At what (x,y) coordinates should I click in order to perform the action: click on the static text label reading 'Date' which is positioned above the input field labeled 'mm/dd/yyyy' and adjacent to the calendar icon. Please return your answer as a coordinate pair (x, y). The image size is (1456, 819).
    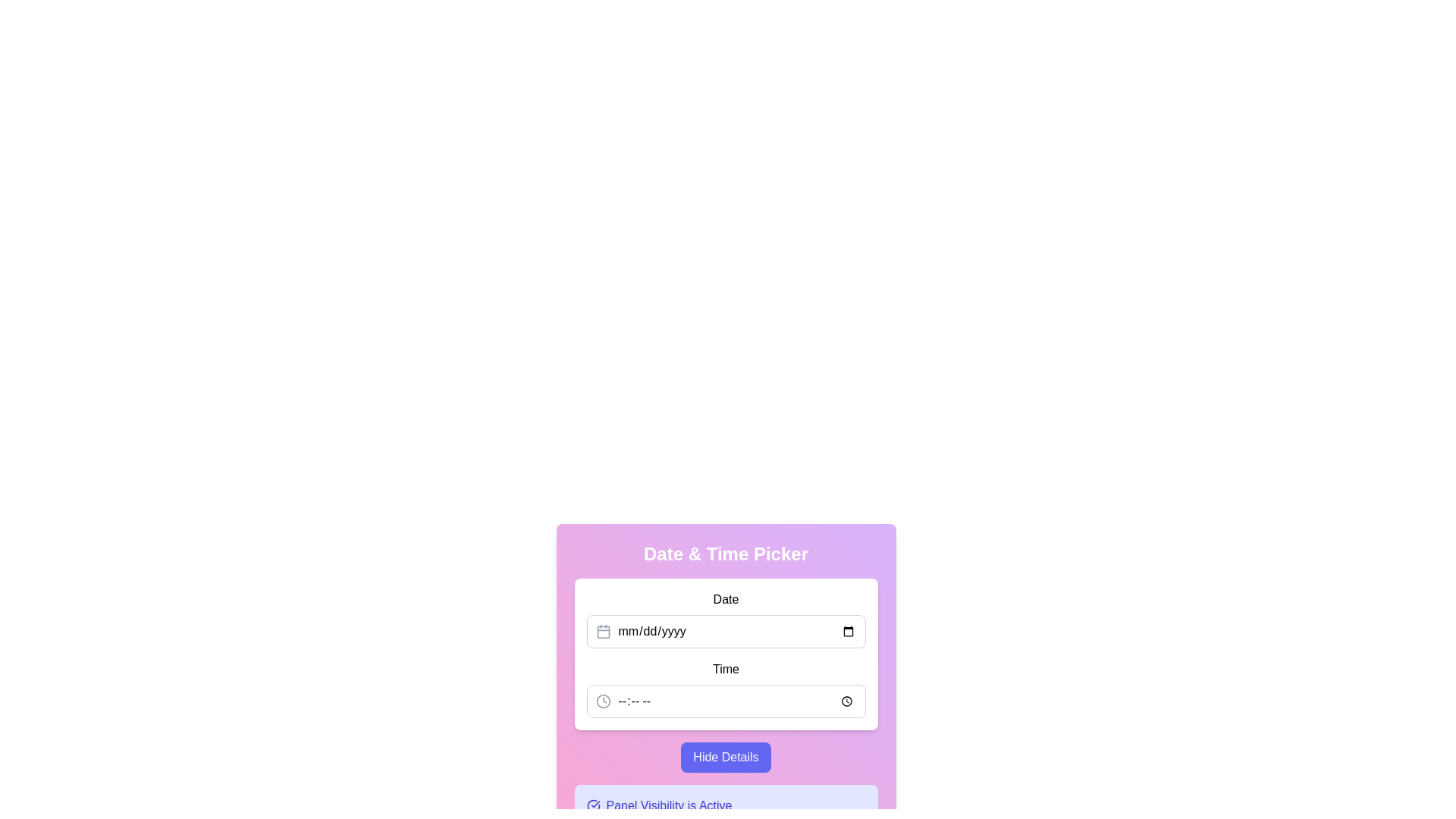
    Looking at the image, I should click on (725, 598).